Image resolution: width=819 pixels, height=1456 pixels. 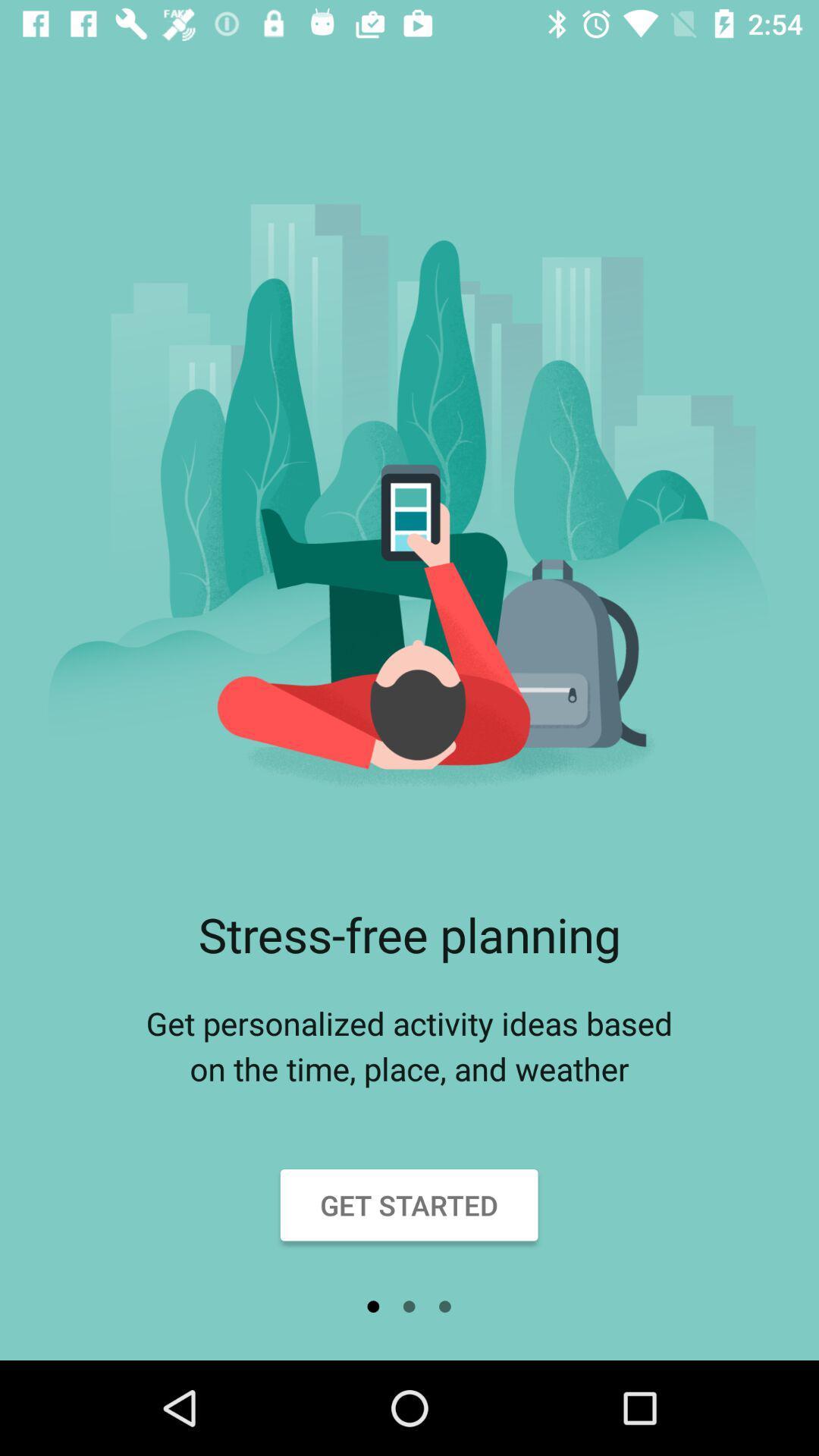 I want to click on the icon below get personalized activity item, so click(x=408, y=1204).